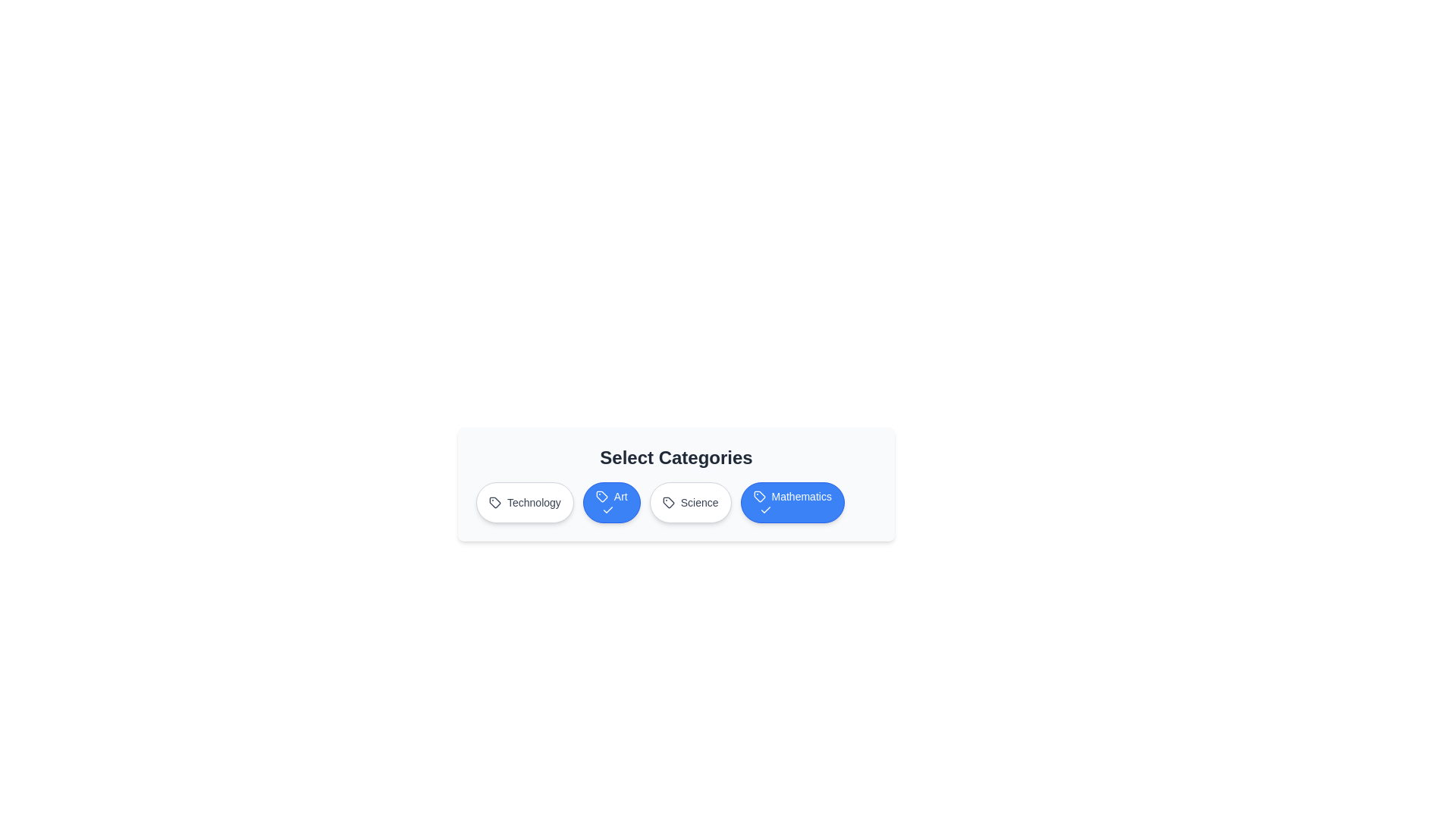 This screenshot has height=819, width=1456. I want to click on the Mathematics button, so click(792, 503).